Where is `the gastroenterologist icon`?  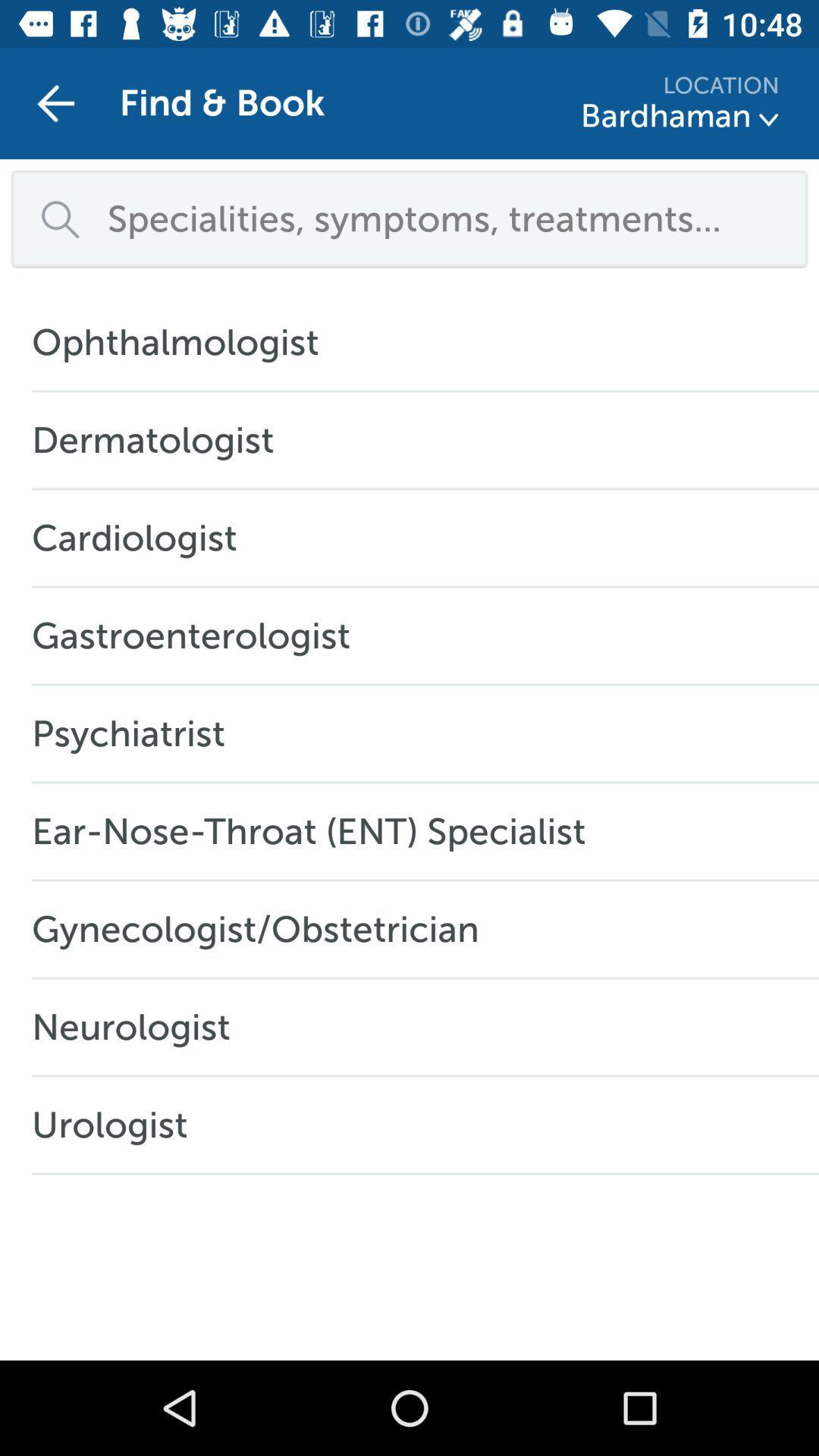 the gastroenterologist icon is located at coordinates (198, 635).